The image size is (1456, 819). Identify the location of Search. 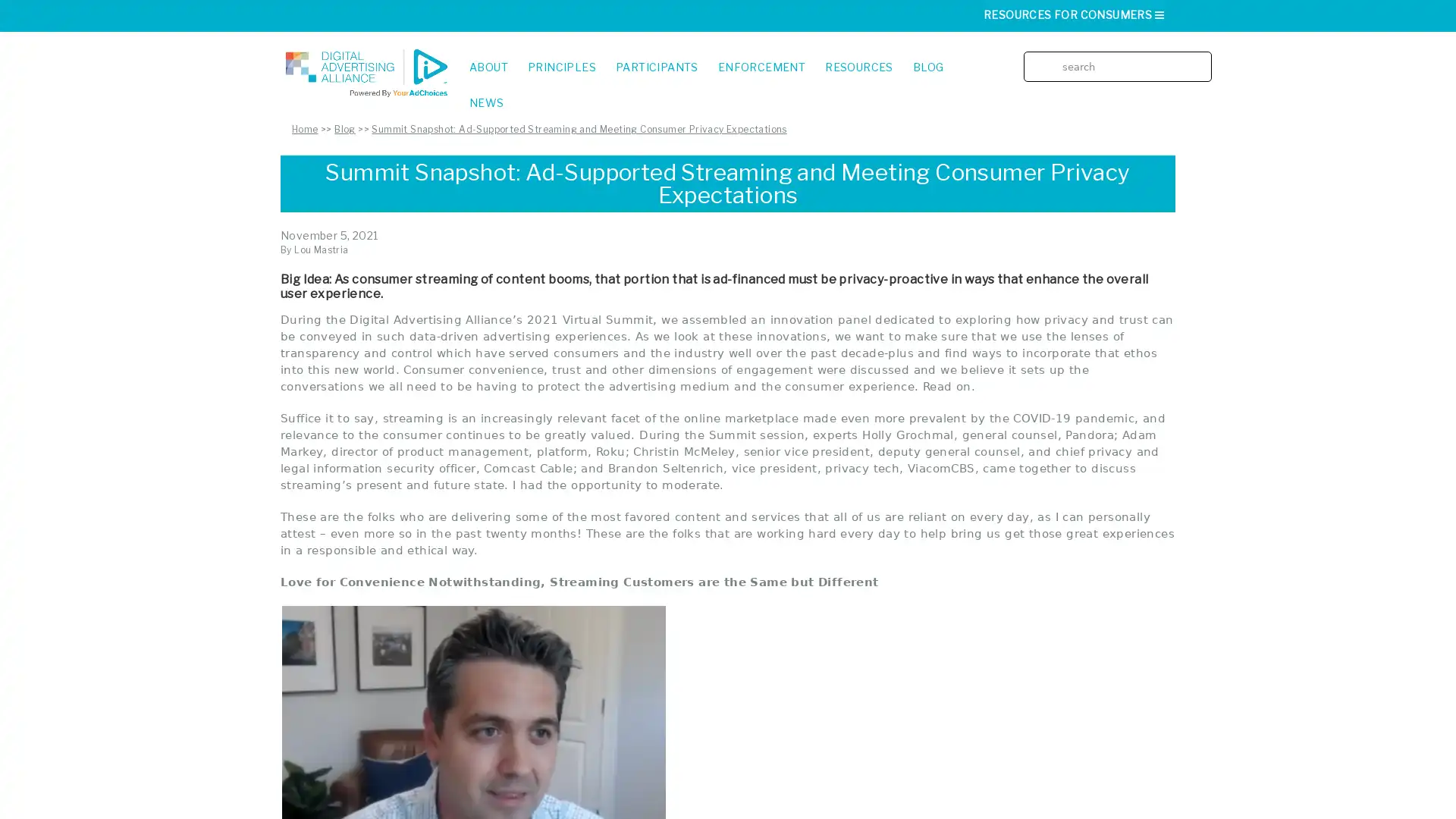
(1204, 55).